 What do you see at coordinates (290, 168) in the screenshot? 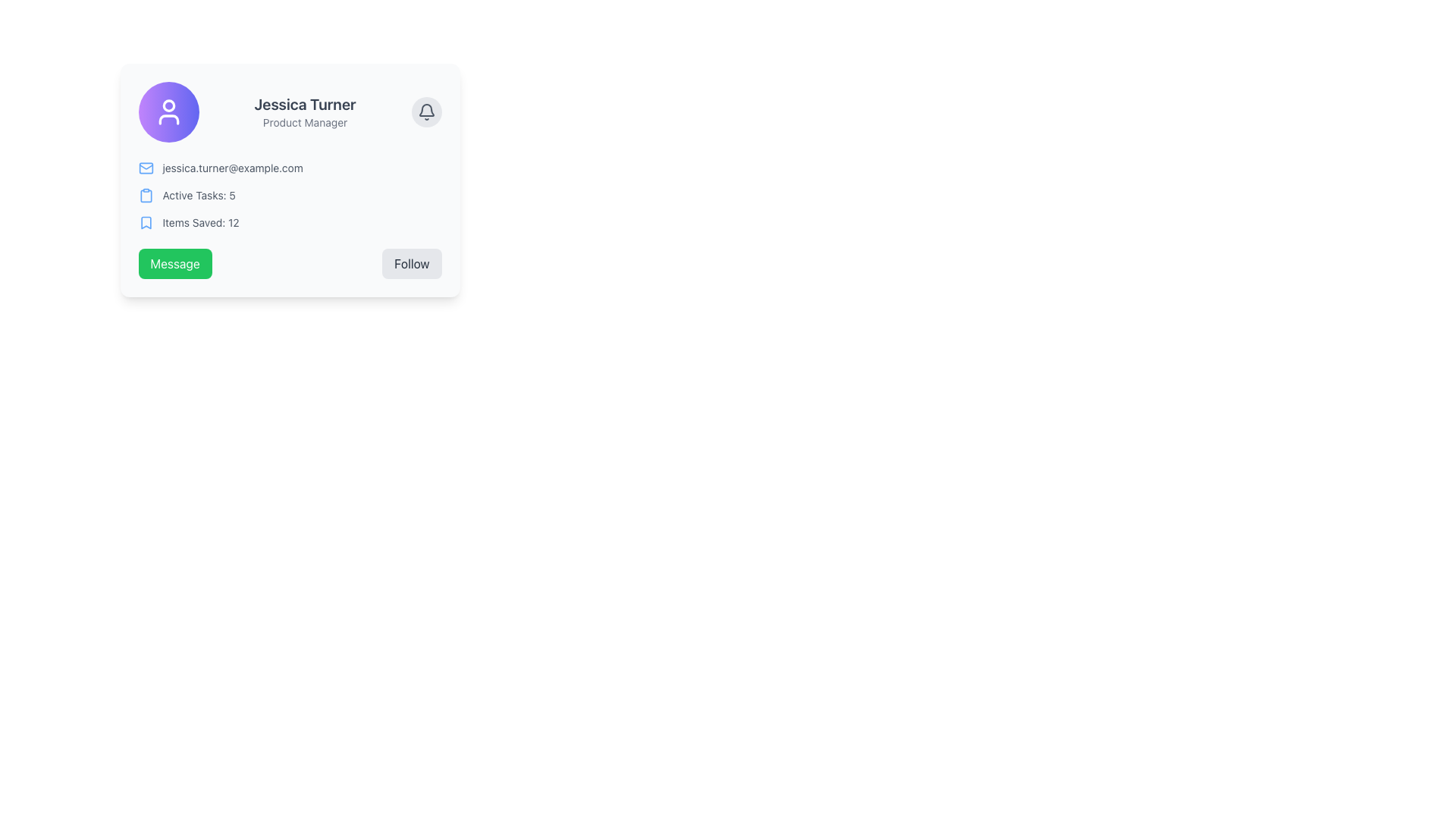
I see `the Email display section that contains the blue email icon and the gray email address 'jessica.turner@example.com', located in the middle of the user profile card, beneath the user's name and job title` at bounding box center [290, 168].